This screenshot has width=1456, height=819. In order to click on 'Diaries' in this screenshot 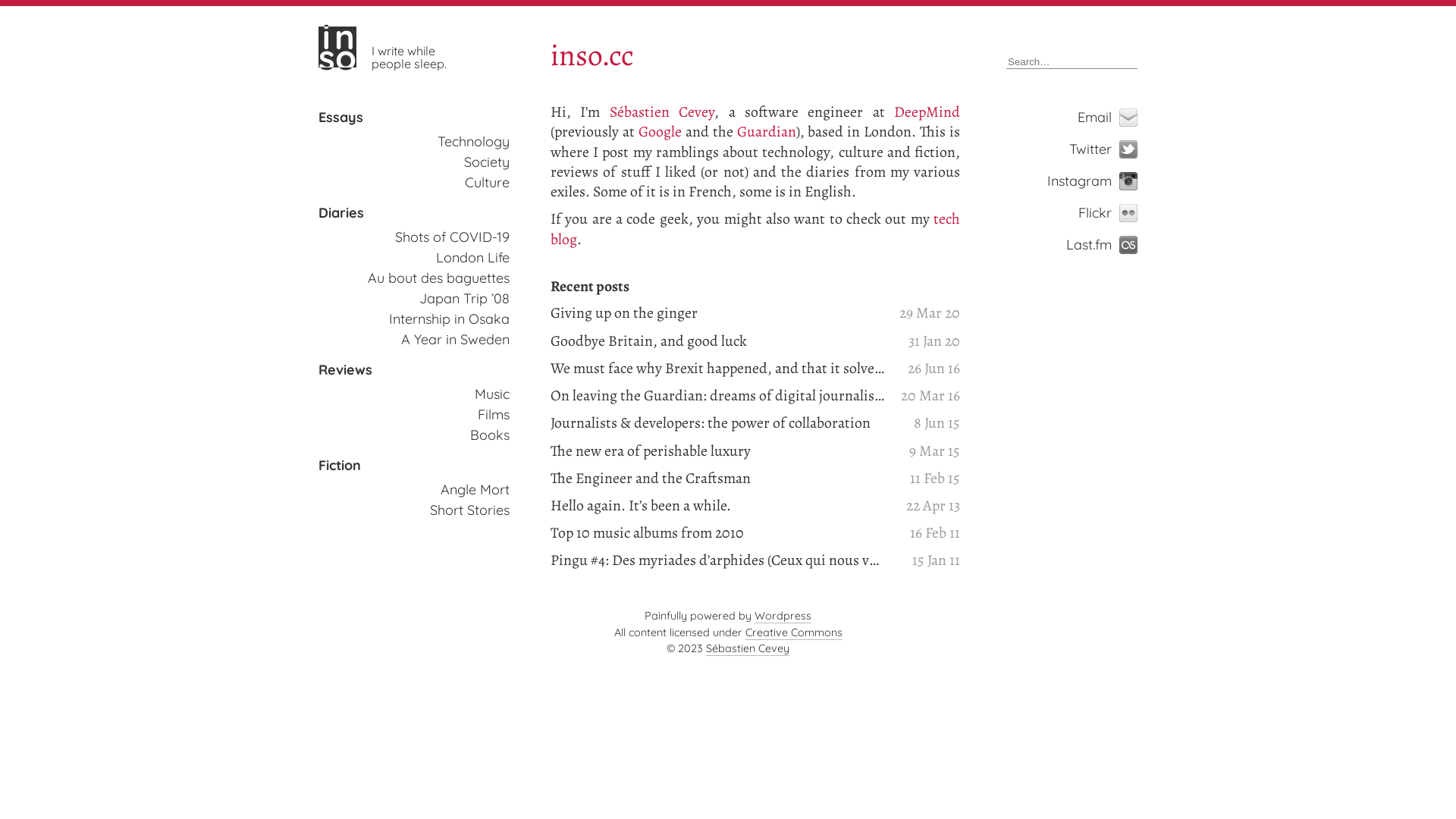, I will do `click(340, 213)`.